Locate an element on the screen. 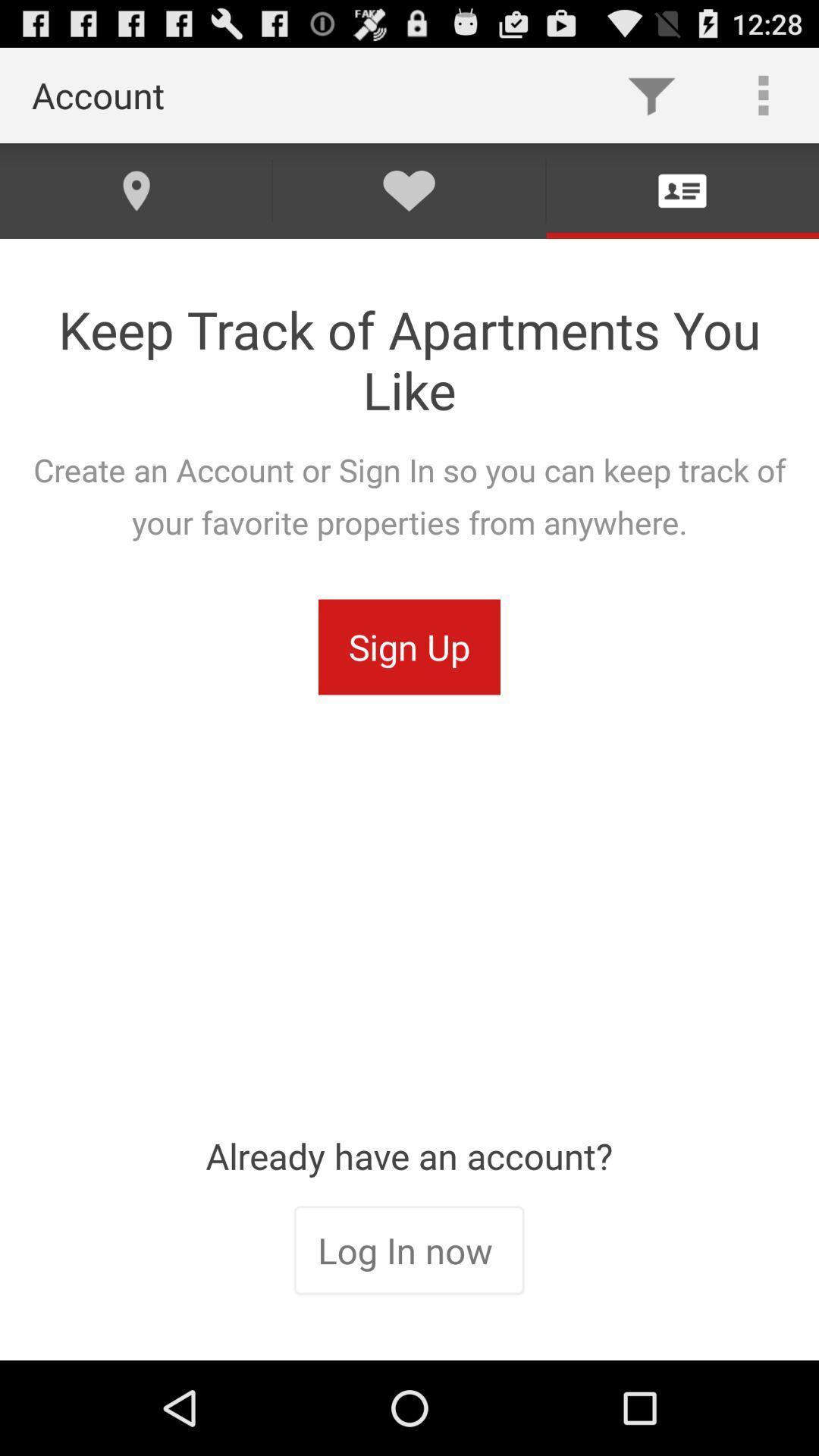  item below the create an account icon is located at coordinates (409, 647).